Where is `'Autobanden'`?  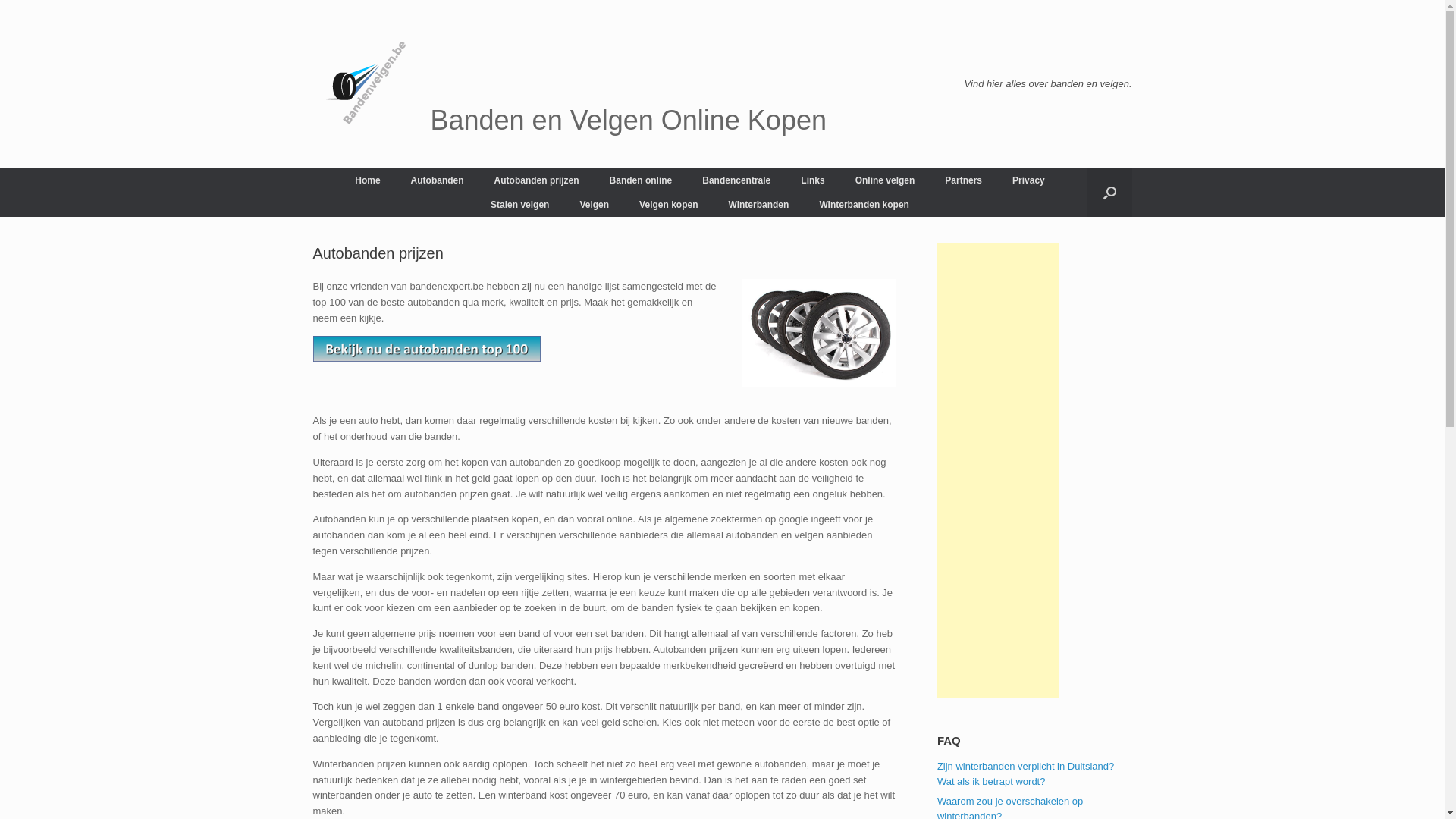
'Autobanden' is located at coordinates (436, 180).